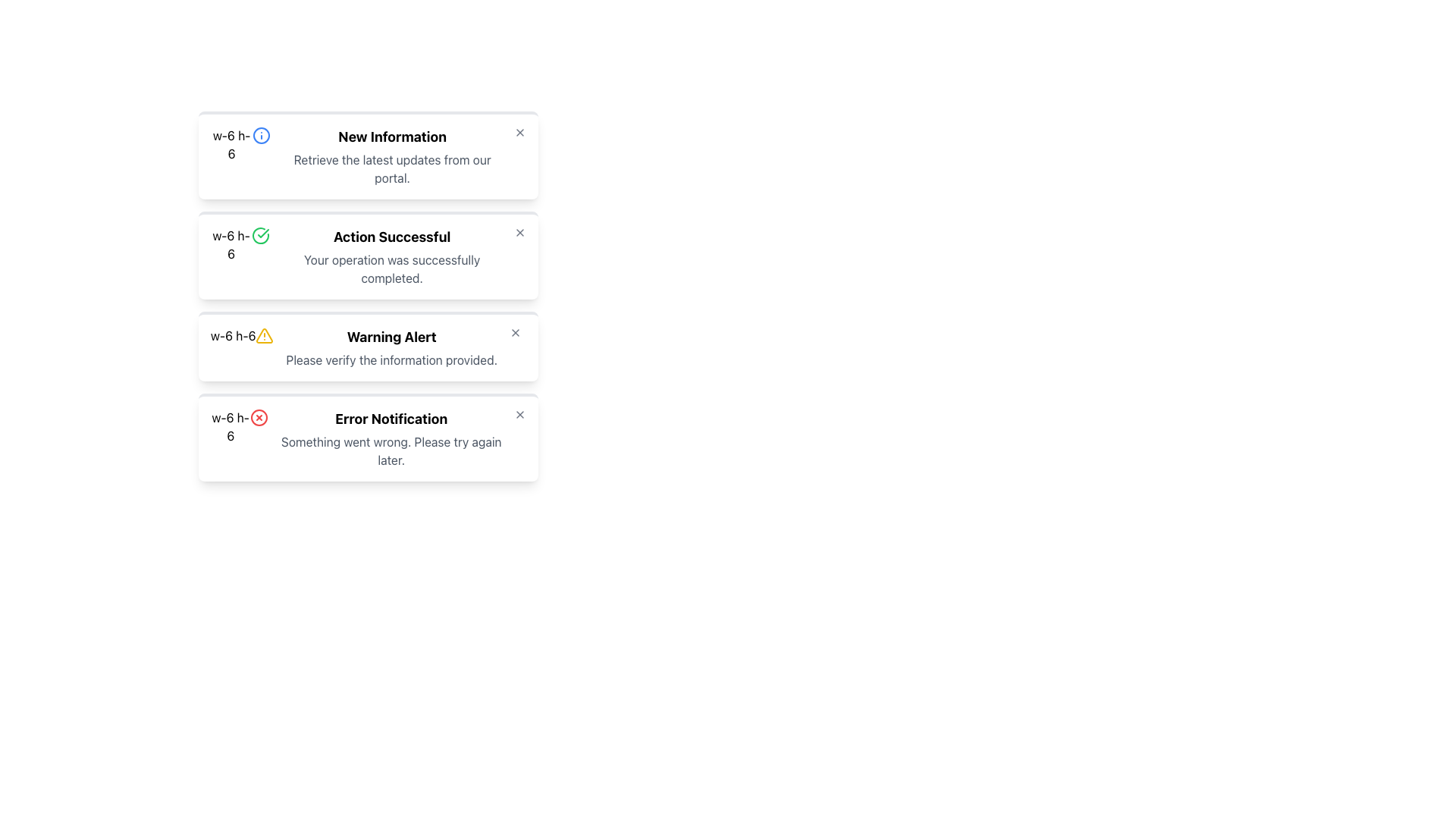 The width and height of the screenshot is (1456, 819). I want to click on the Text Label that serves as the title of the notification indicating the success of the user's action, so click(392, 237).